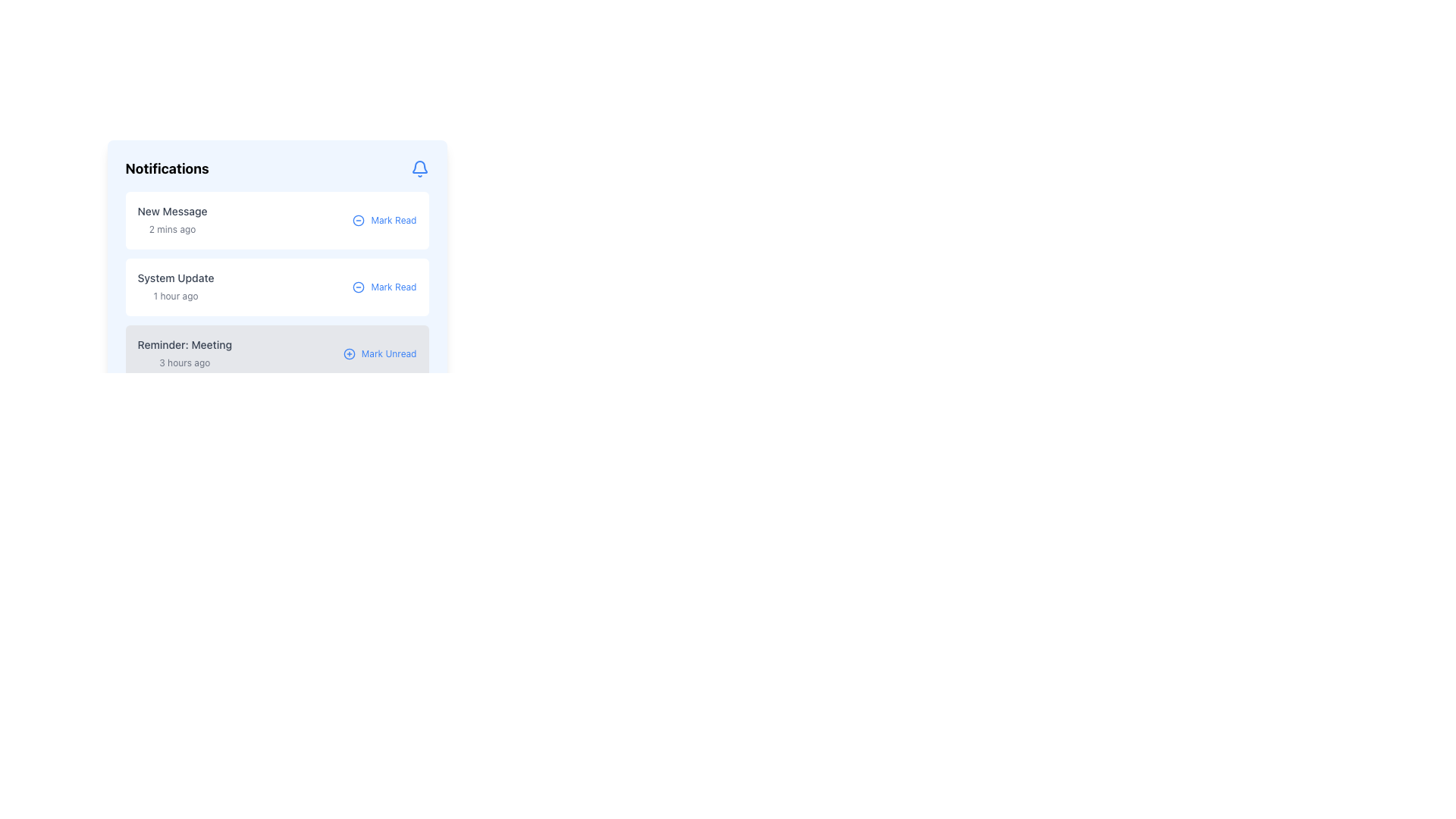 Image resolution: width=1456 pixels, height=819 pixels. Describe the element at coordinates (358, 287) in the screenshot. I see `the visual representation of the Circular SVG element located in the middle of the 'System Update' notification, which is part of an interactive status icon consisting of a circle and a minus sign` at that location.